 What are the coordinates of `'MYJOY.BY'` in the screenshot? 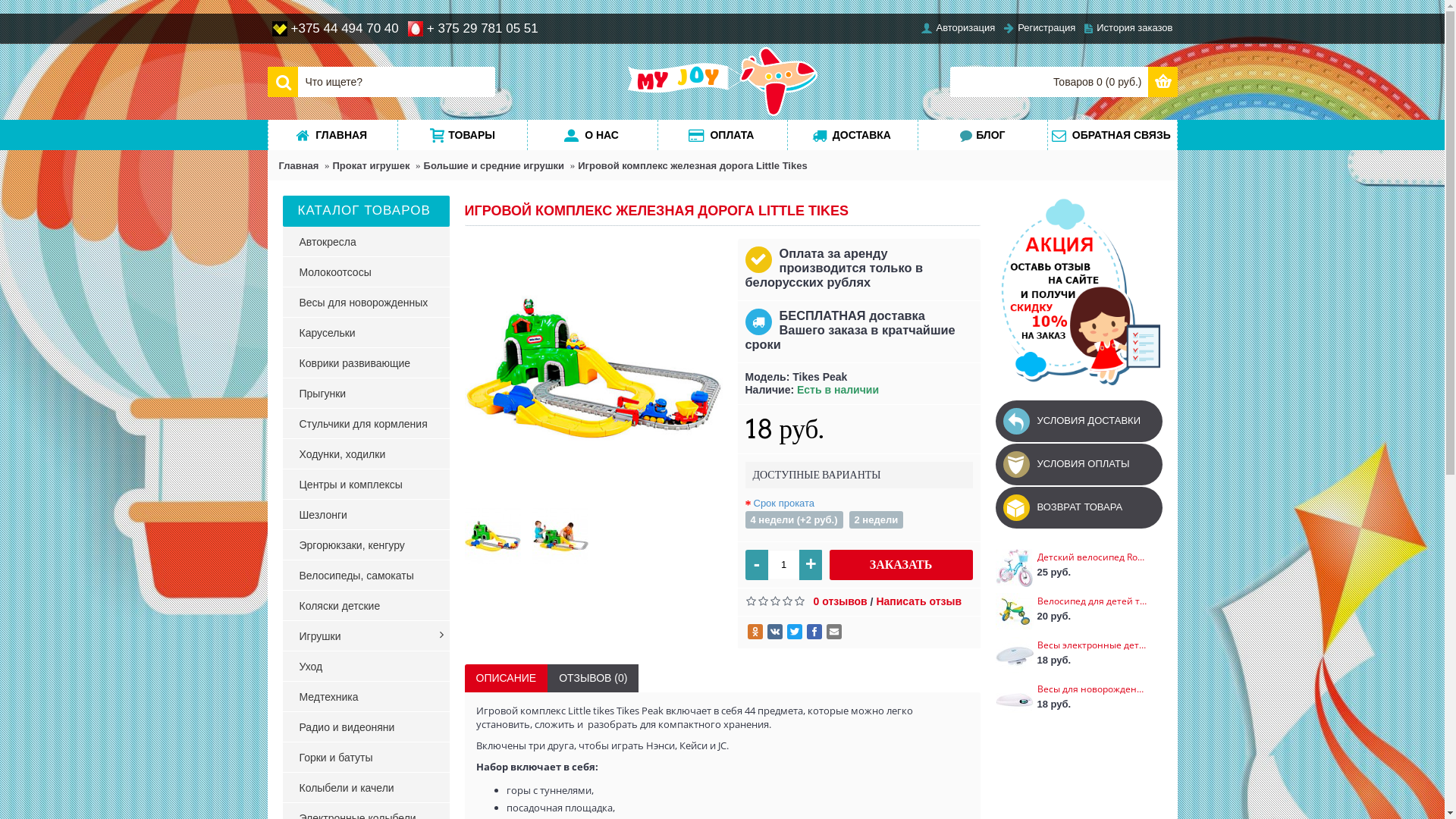 It's located at (722, 82).